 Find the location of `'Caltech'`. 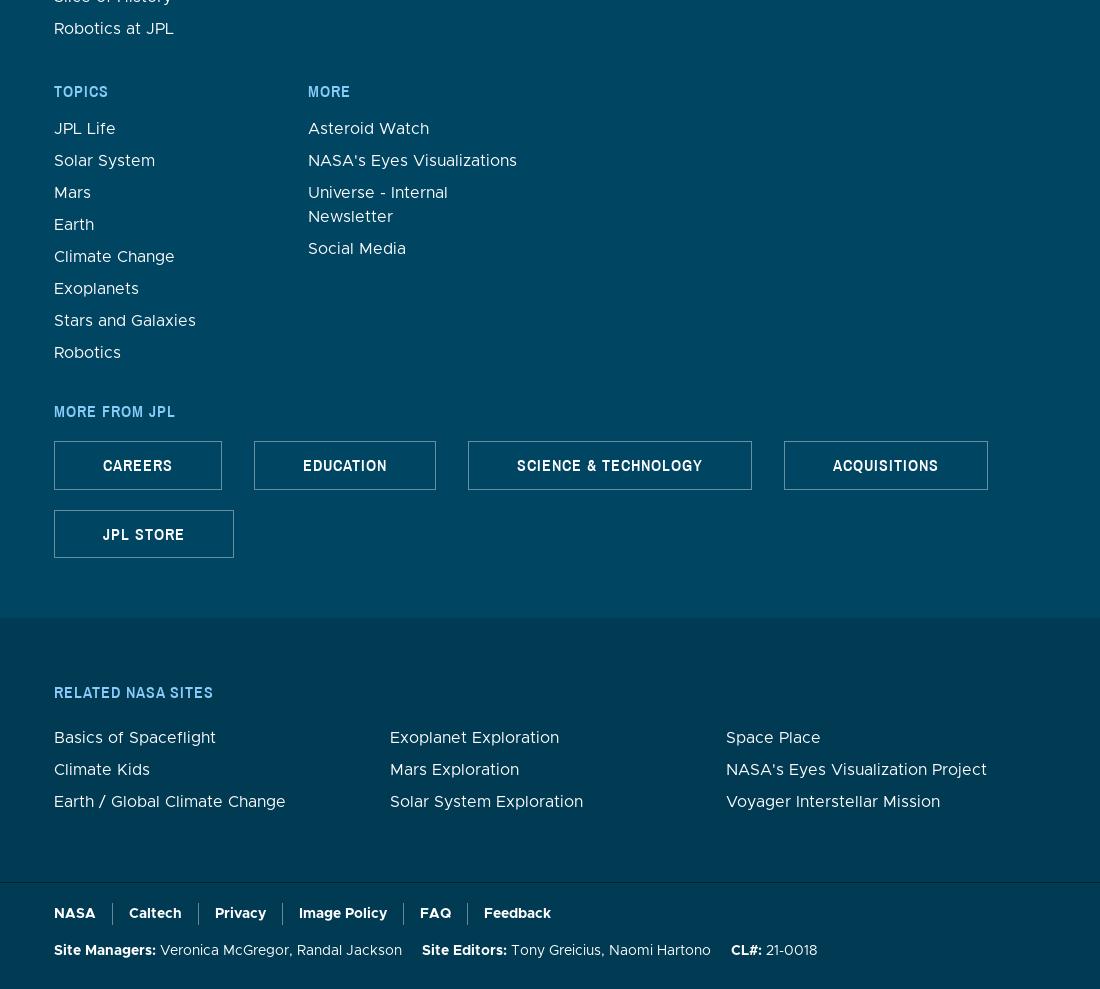

'Caltech' is located at coordinates (154, 912).